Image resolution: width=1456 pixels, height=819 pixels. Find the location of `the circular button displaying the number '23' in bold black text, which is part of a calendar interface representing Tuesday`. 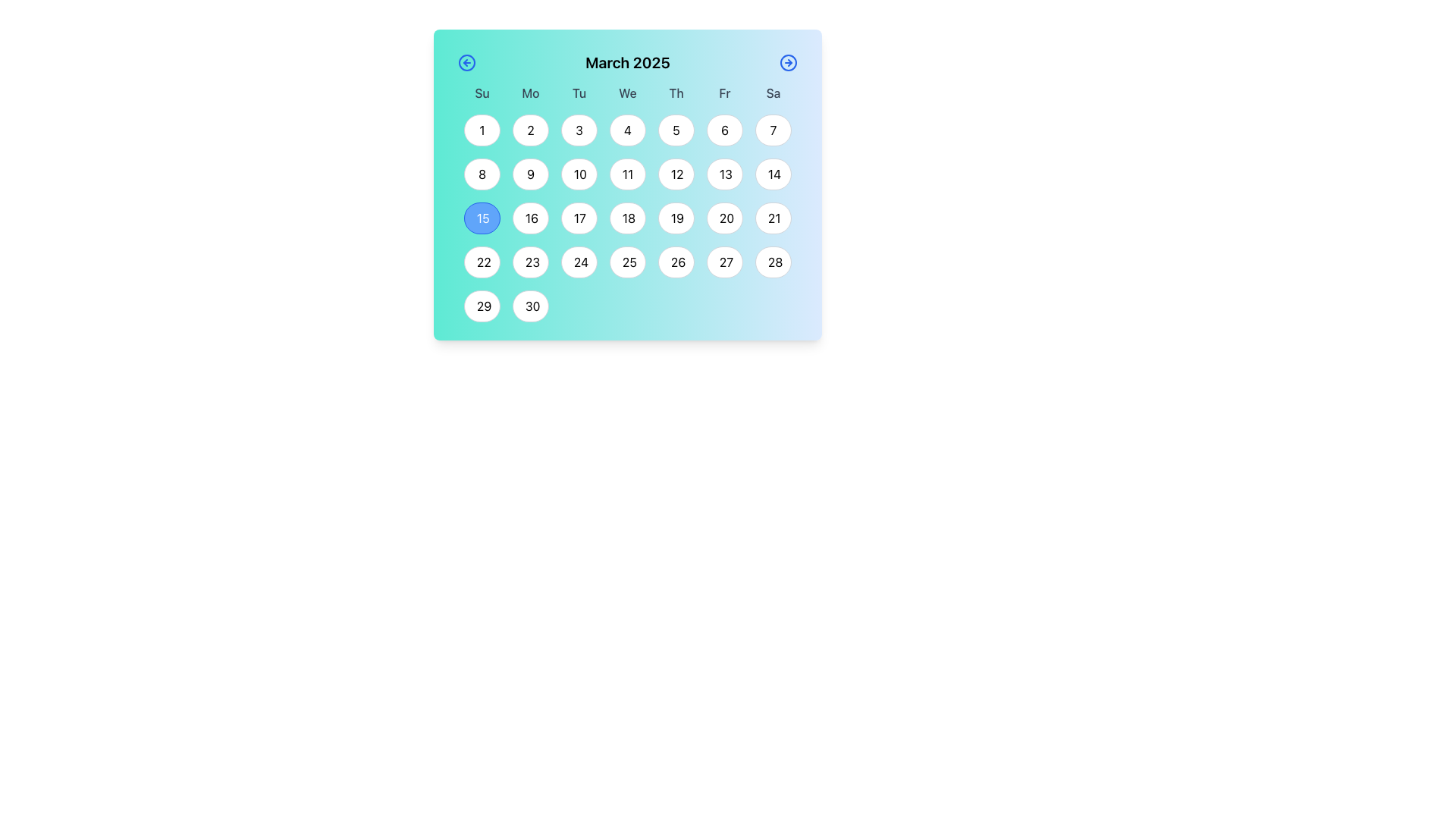

the circular button displaying the number '23' in bold black text, which is part of a calendar interface representing Tuesday is located at coordinates (531, 262).